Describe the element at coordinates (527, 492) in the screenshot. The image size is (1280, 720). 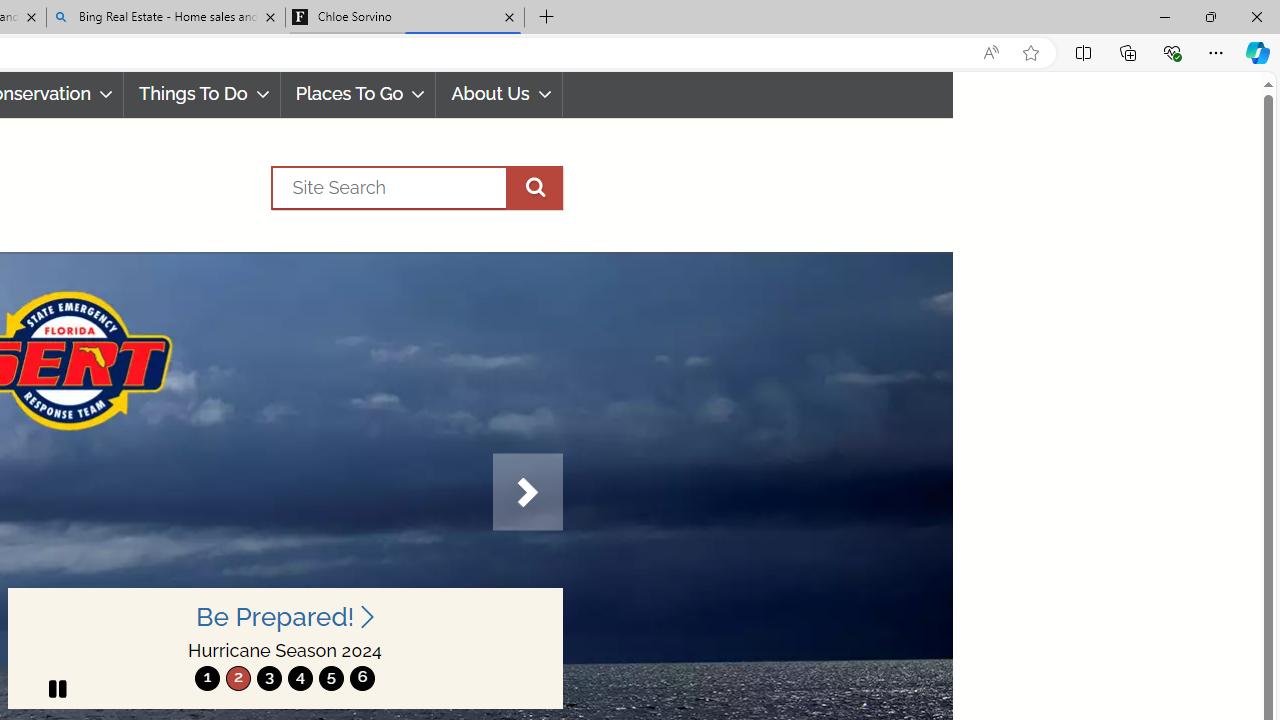
I see `'Next'` at that location.